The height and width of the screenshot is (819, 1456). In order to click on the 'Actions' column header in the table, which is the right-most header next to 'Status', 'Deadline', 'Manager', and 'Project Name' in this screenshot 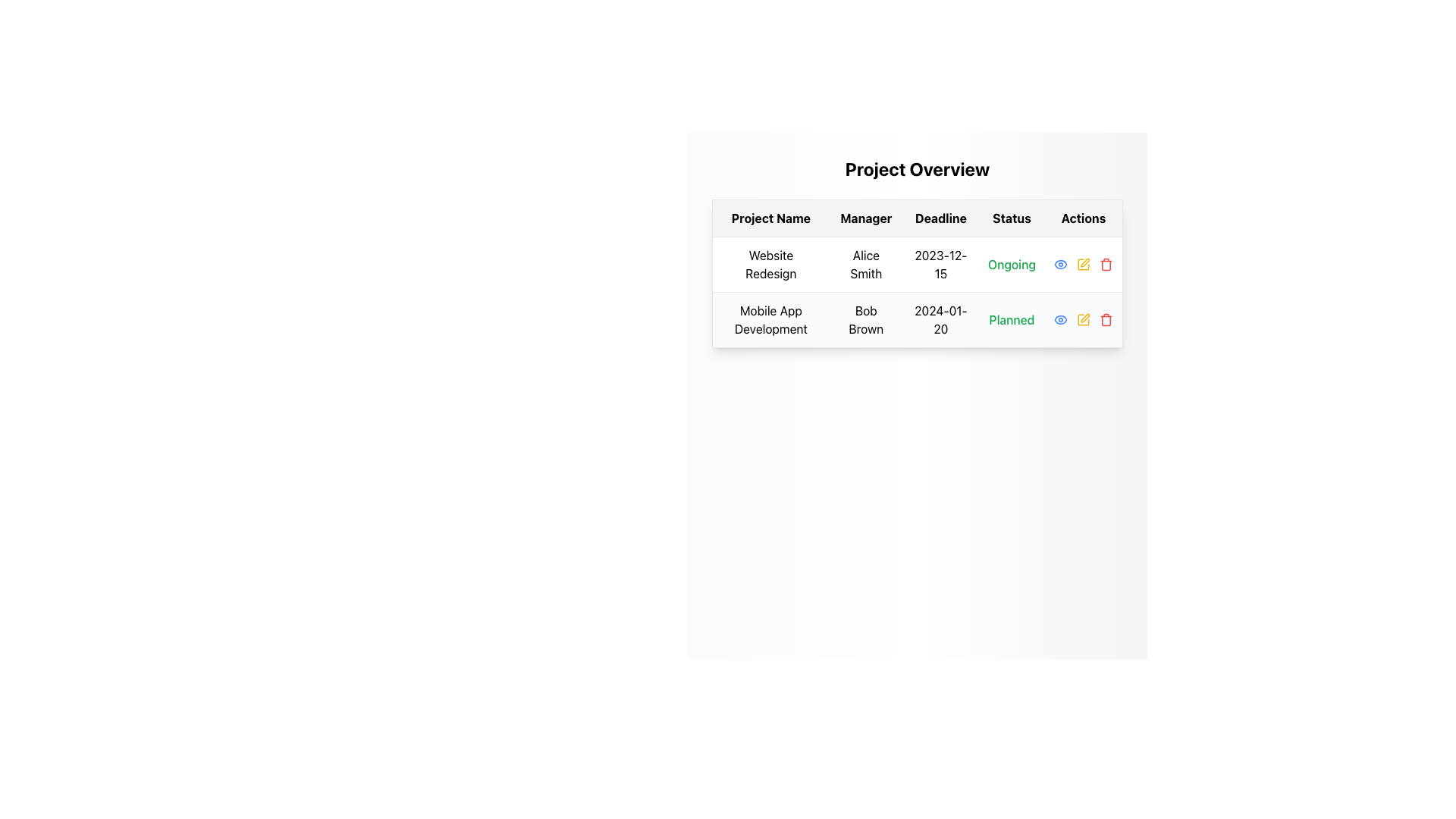, I will do `click(1083, 218)`.